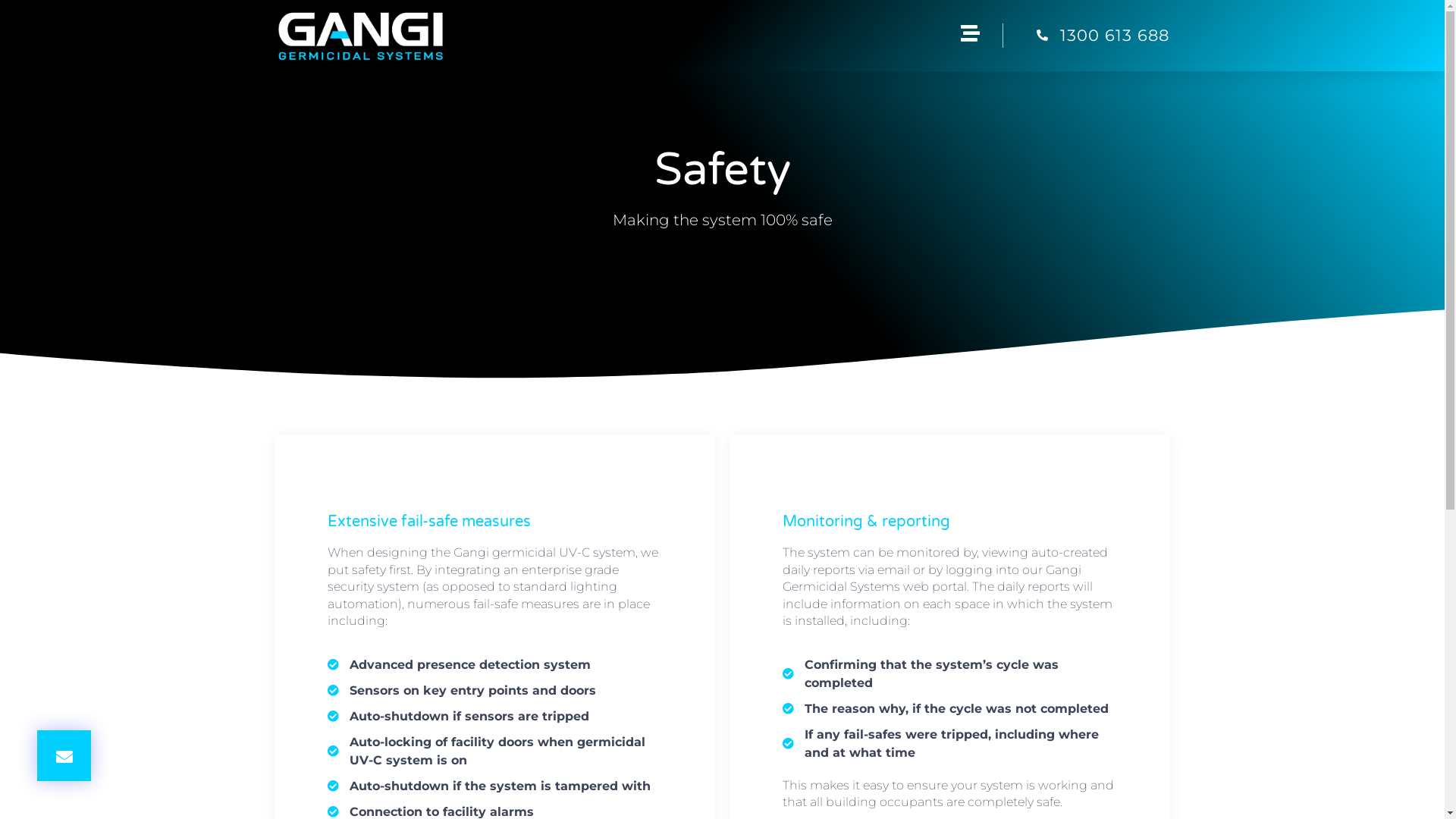  What do you see at coordinates (1085, 34) in the screenshot?
I see `'1300 613 688'` at bounding box center [1085, 34].